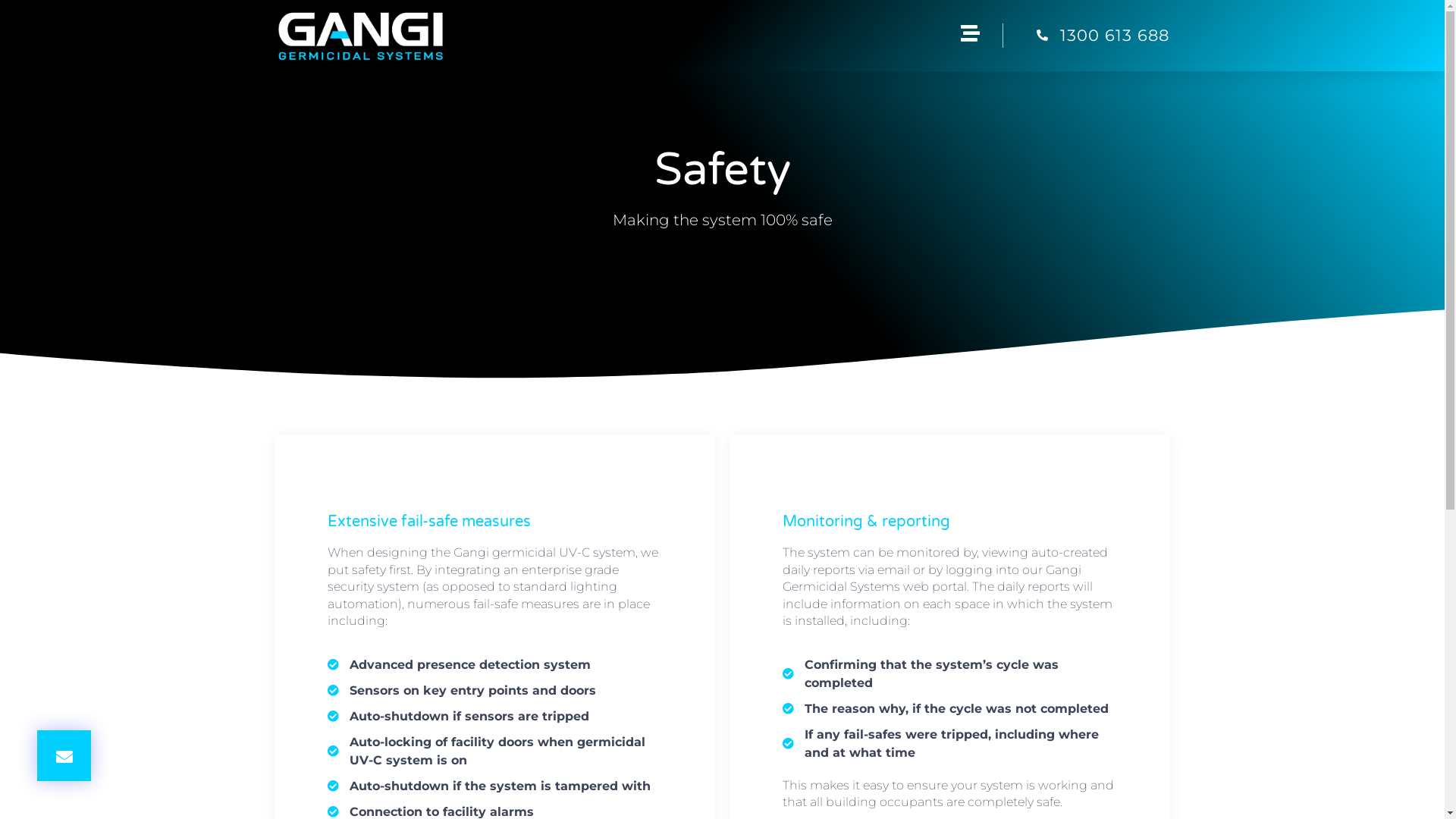  What do you see at coordinates (1085, 34) in the screenshot?
I see `'1300 613 688'` at bounding box center [1085, 34].